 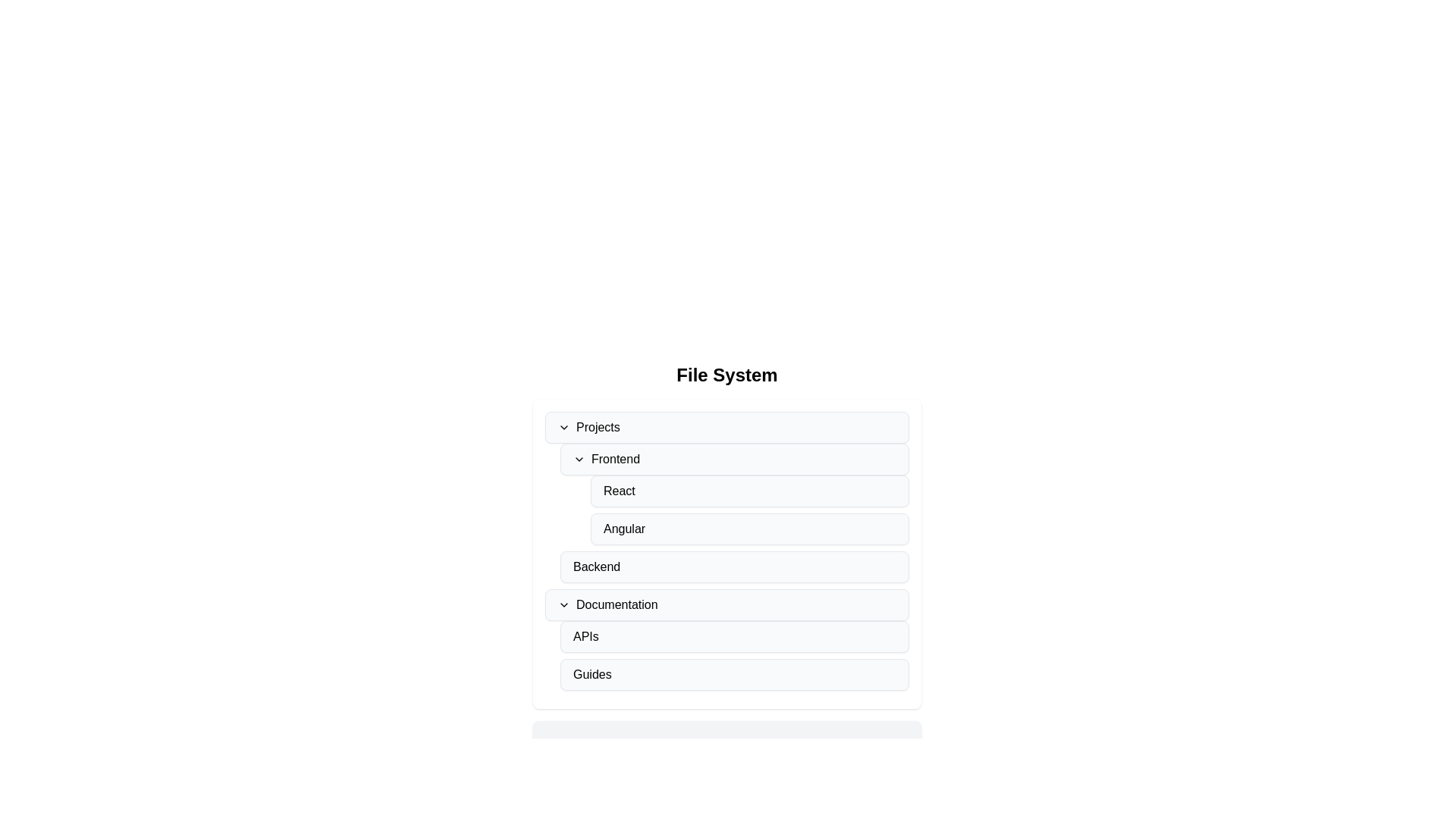 What do you see at coordinates (624, 529) in the screenshot?
I see `the 'Angular' clickable list item` at bounding box center [624, 529].